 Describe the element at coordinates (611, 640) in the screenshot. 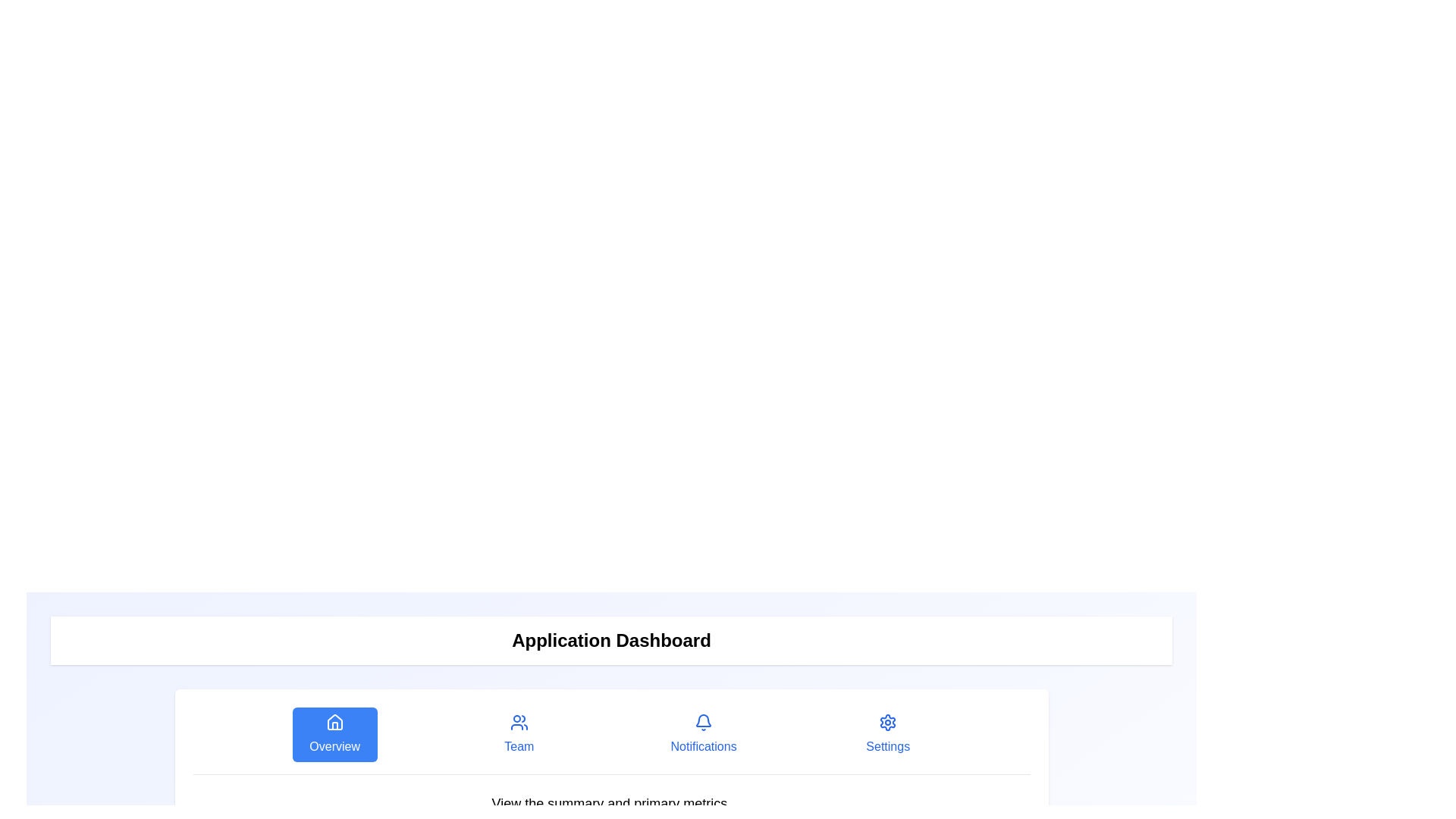

I see `the Text Heading element located at the top-center of the dashboard interface` at that location.